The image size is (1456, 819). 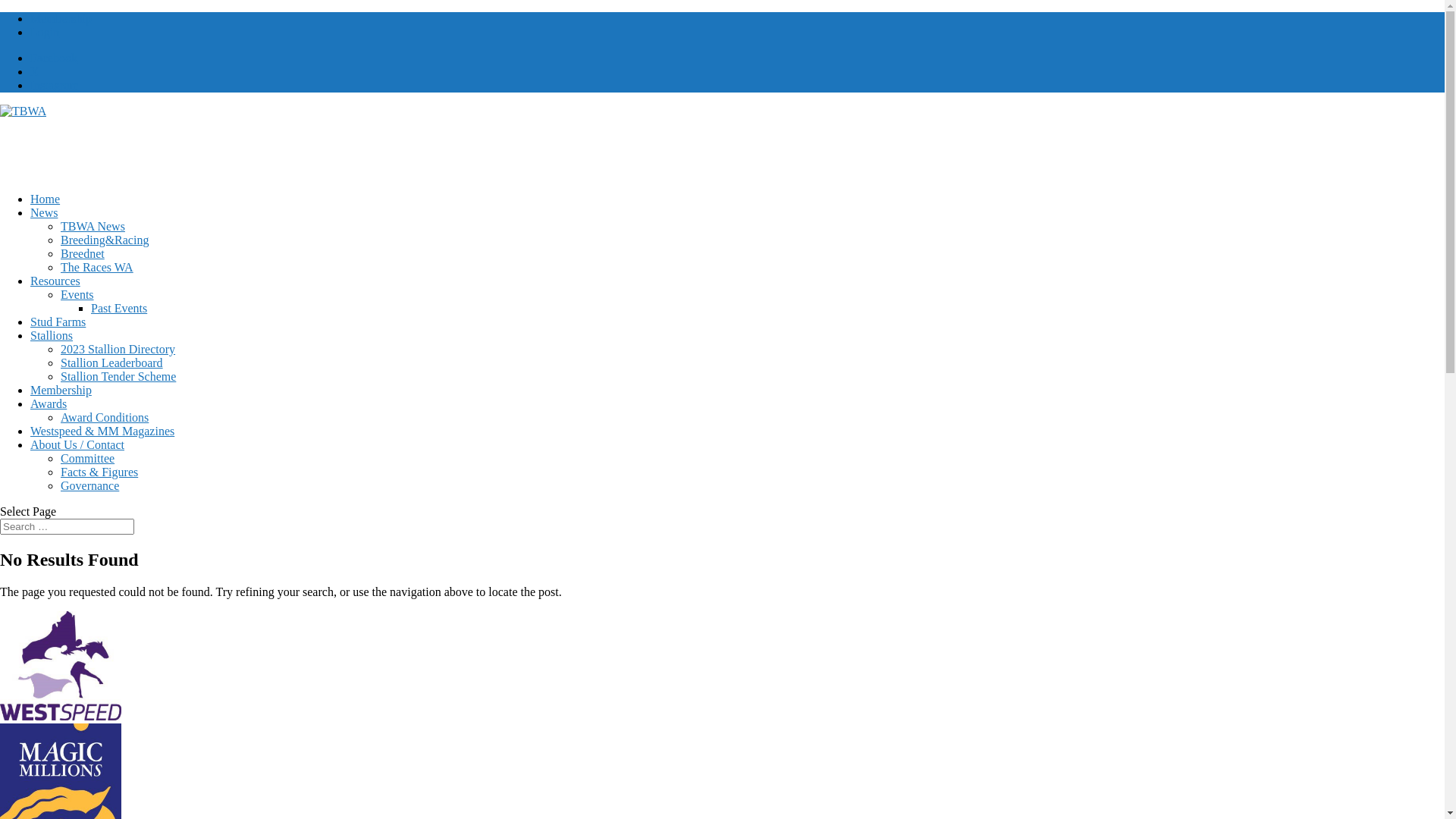 What do you see at coordinates (45, 198) in the screenshot?
I see `'Home'` at bounding box center [45, 198].